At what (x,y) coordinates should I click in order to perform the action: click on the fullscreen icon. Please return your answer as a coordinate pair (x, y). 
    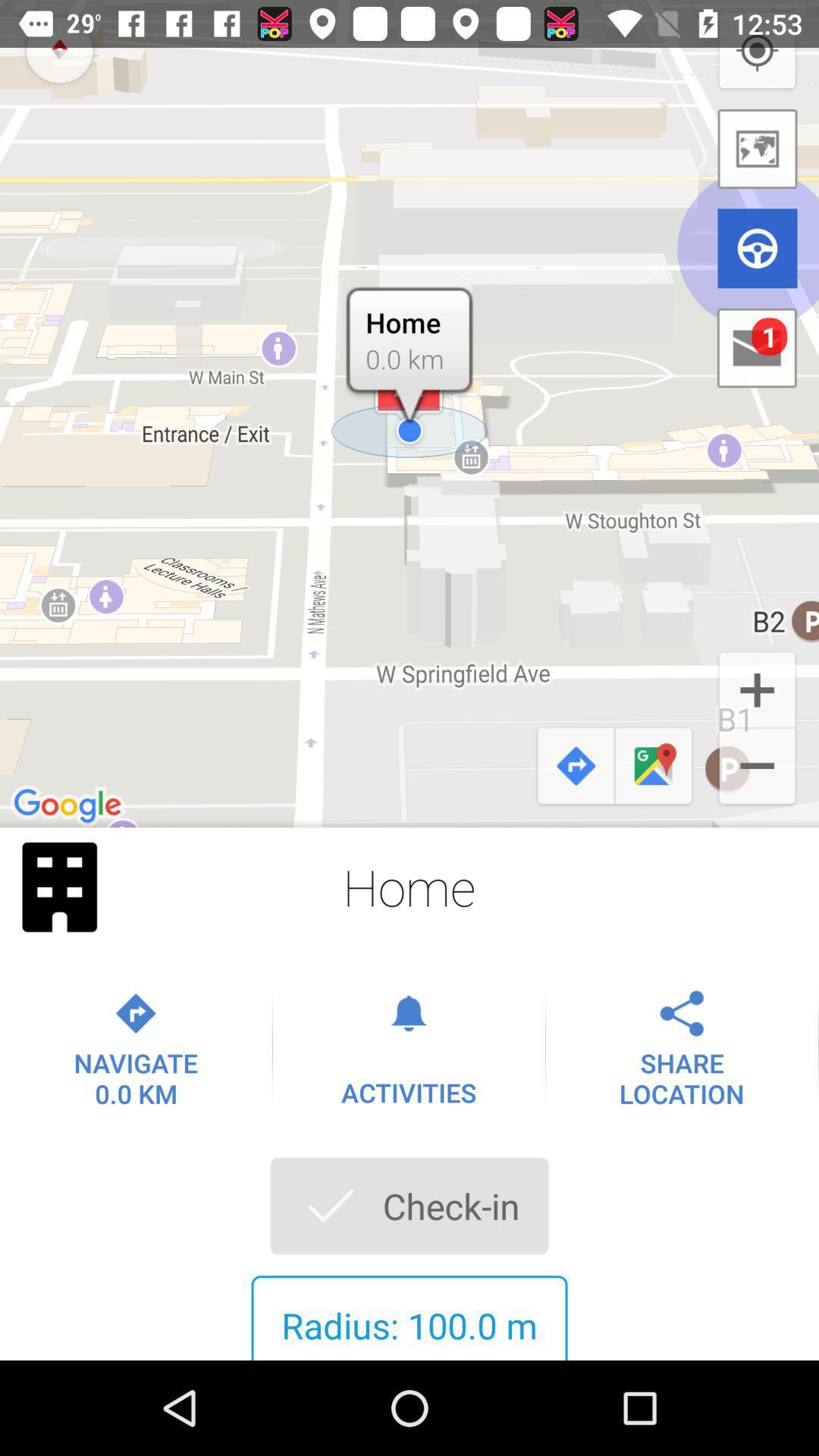
    Looking at the image, I should click on (58, 887).